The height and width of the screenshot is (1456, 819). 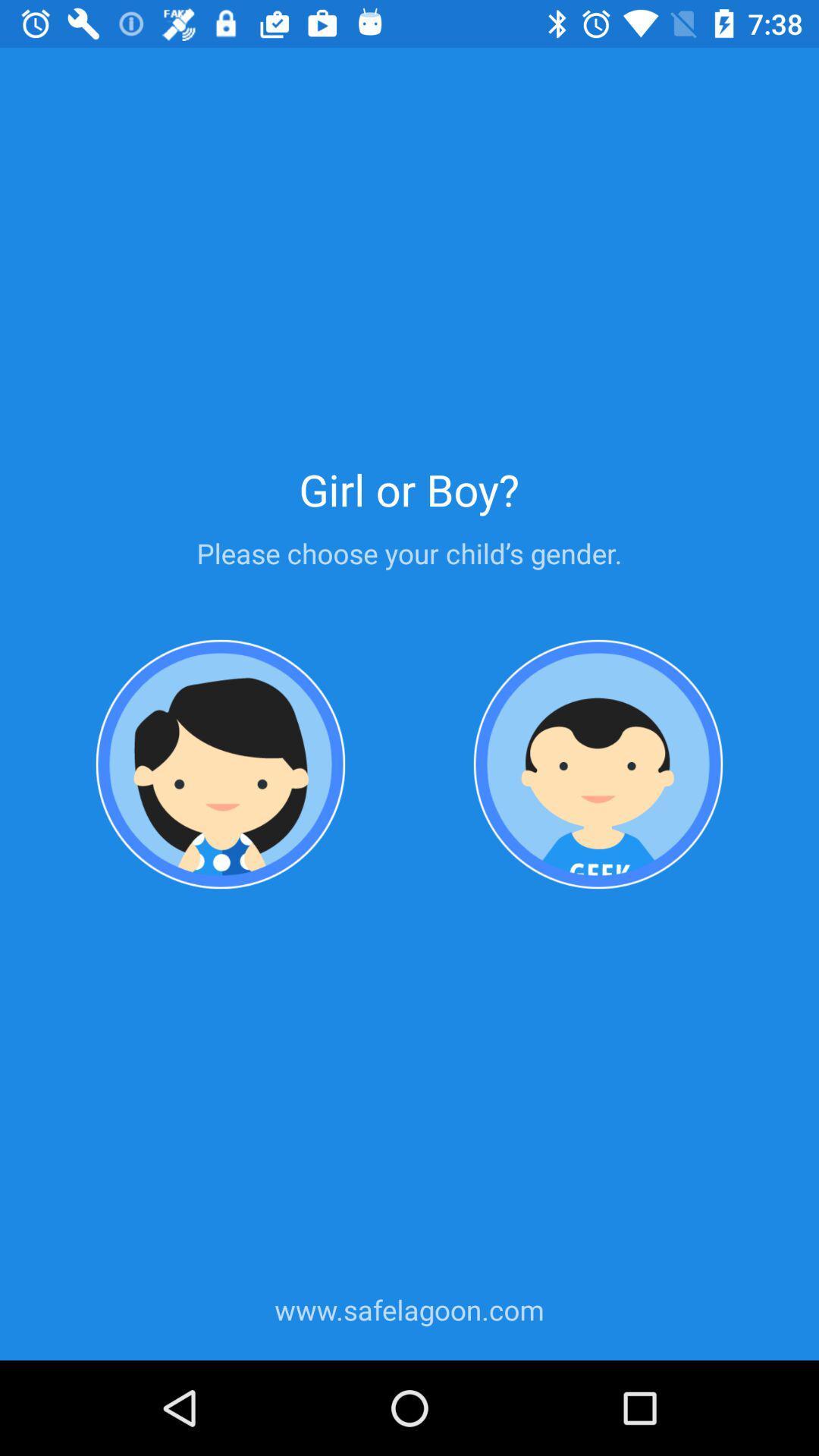 I want to click on choose female, so click(x=220, y=765).